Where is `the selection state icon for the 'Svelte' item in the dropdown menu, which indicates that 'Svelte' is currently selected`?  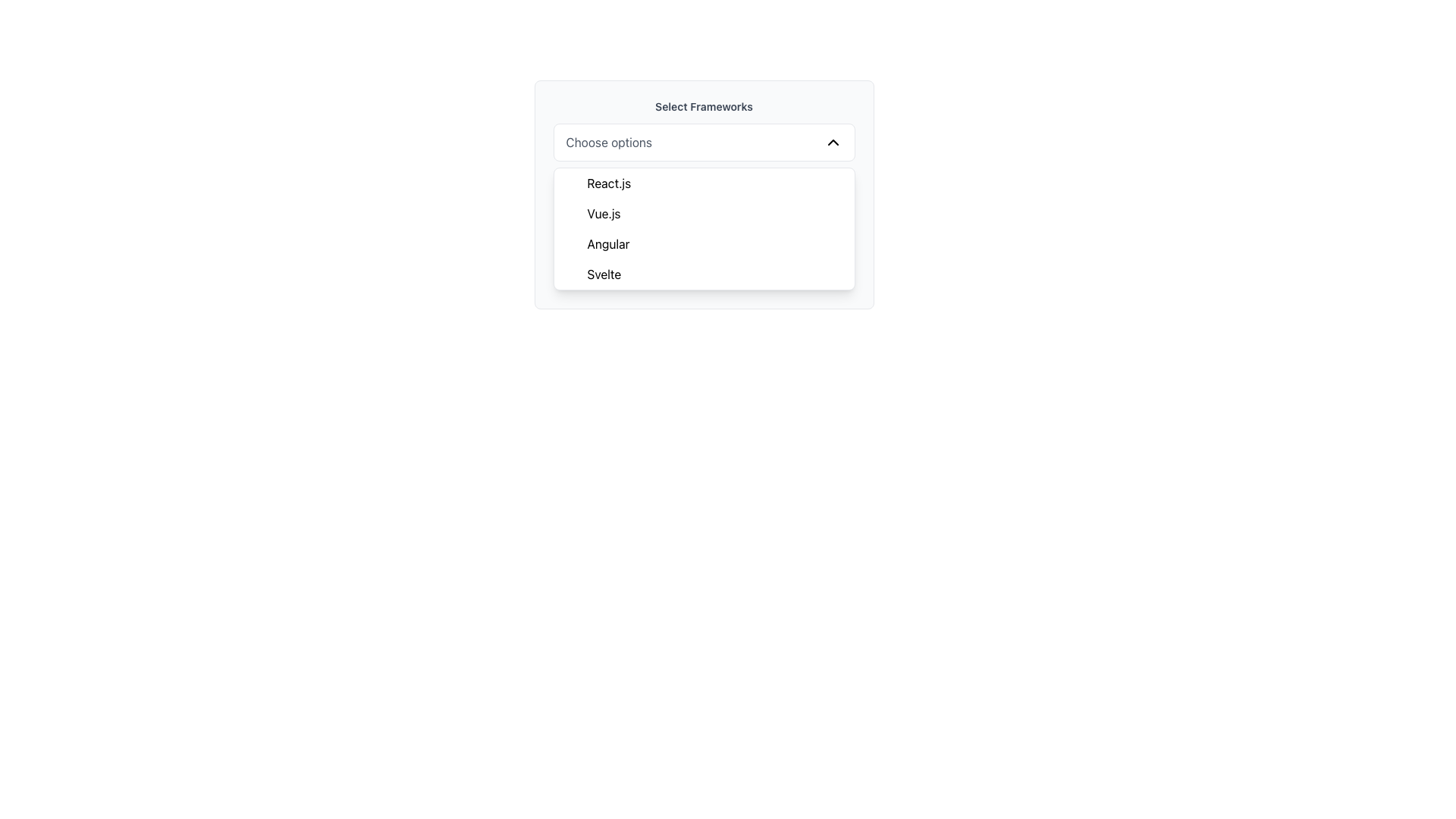 the selection state icon for the 'Svelte' item in the dropdown menu, which indicates that 'Svelte' is currently selected is located at coordinates (573, 274).